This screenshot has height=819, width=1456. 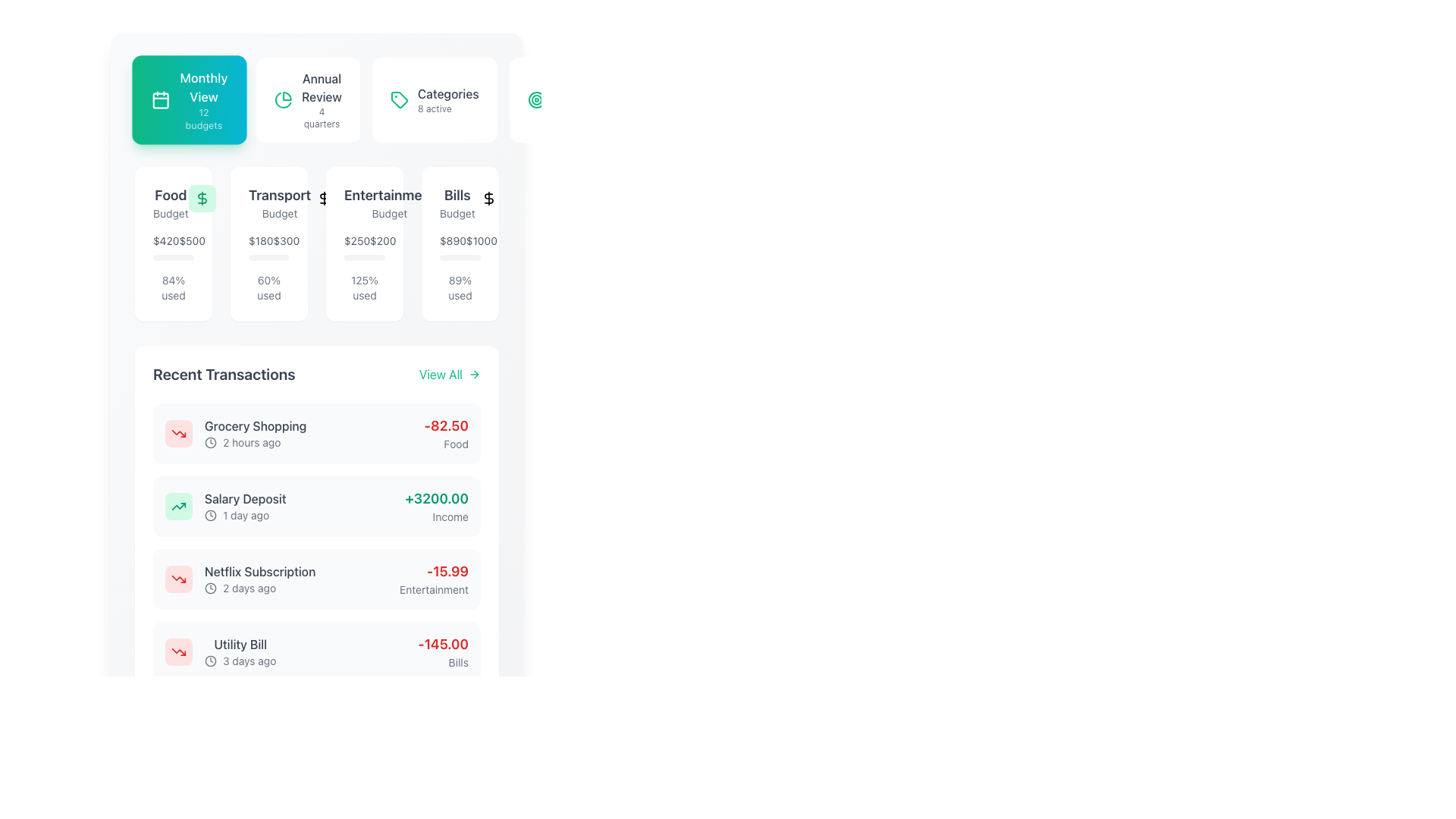 What do you see at coordinates (223, 374) in the screenshot?
I see `the Text Label that indicates recent financial transactions, located in the top-left portion of the section header, adjacent to 'View All'` at bounding box center [223, 374].